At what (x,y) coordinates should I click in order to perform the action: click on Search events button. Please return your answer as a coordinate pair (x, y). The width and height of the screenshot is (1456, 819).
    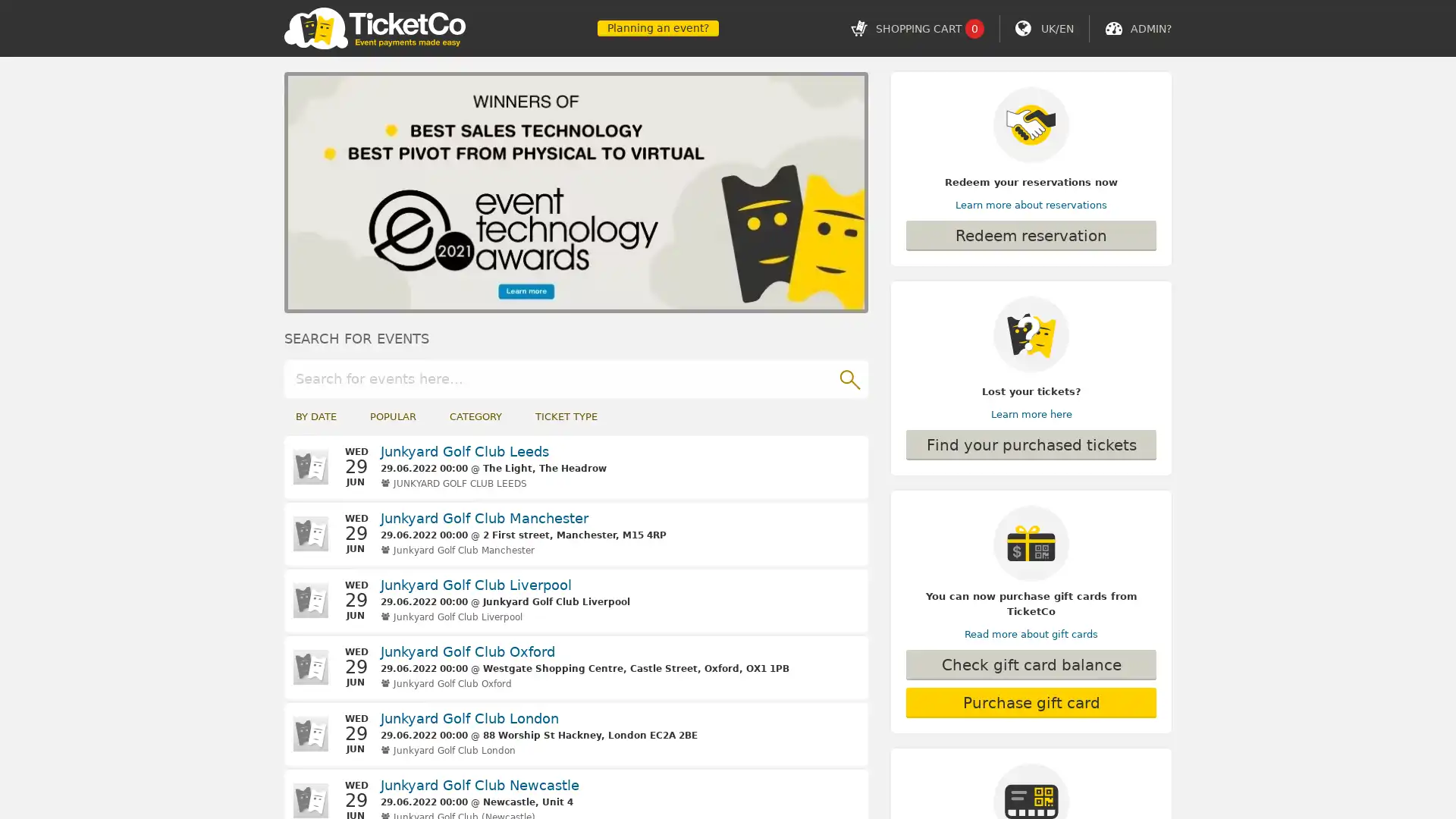
    Looking at the image, I should click on (848, 377).